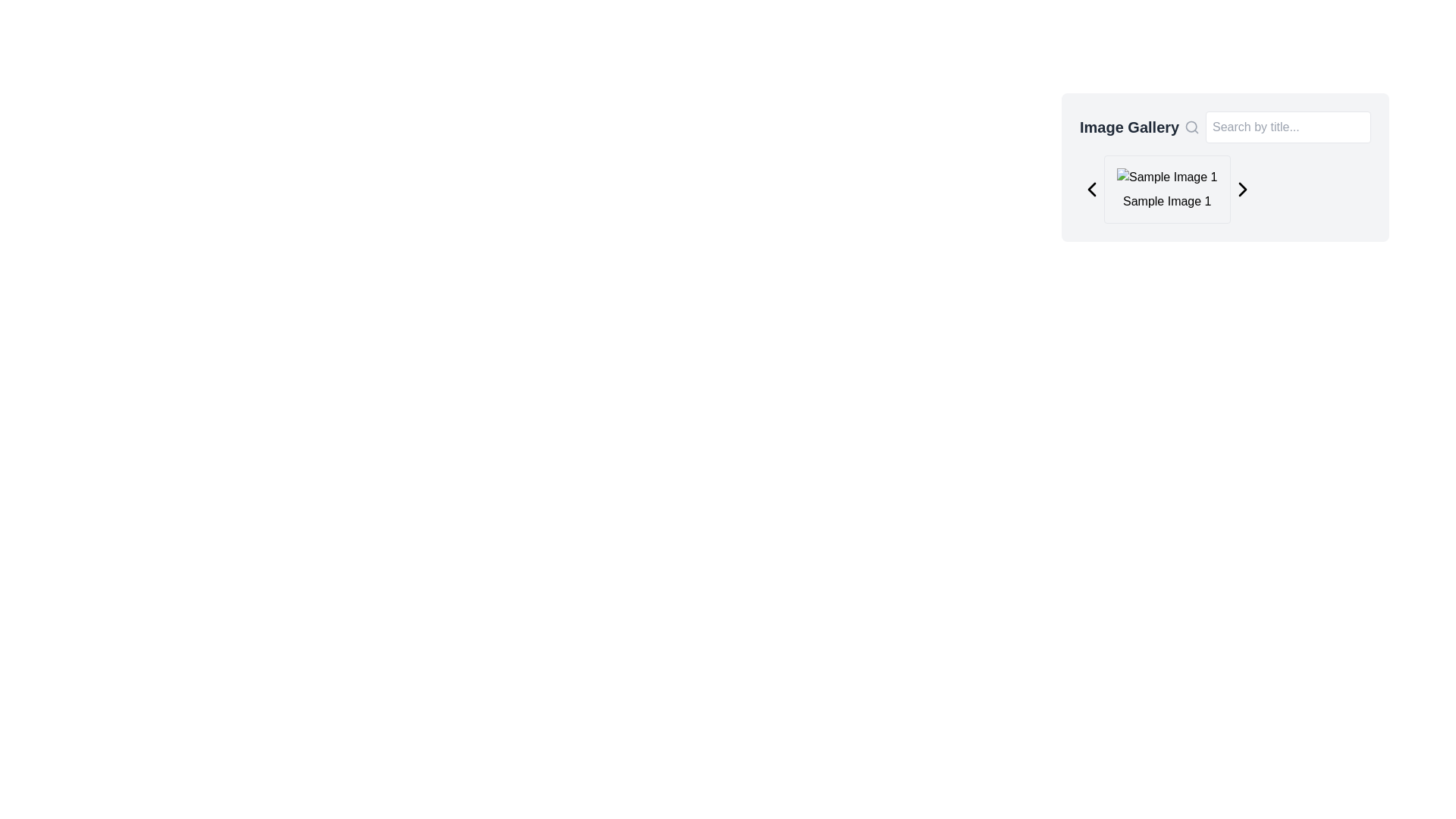 The width and height of the screenshot is (1456, 819). I want to click on the left chevron icon used for navigating backwards in the 'Image Gallery' section, so click(1092, 189).